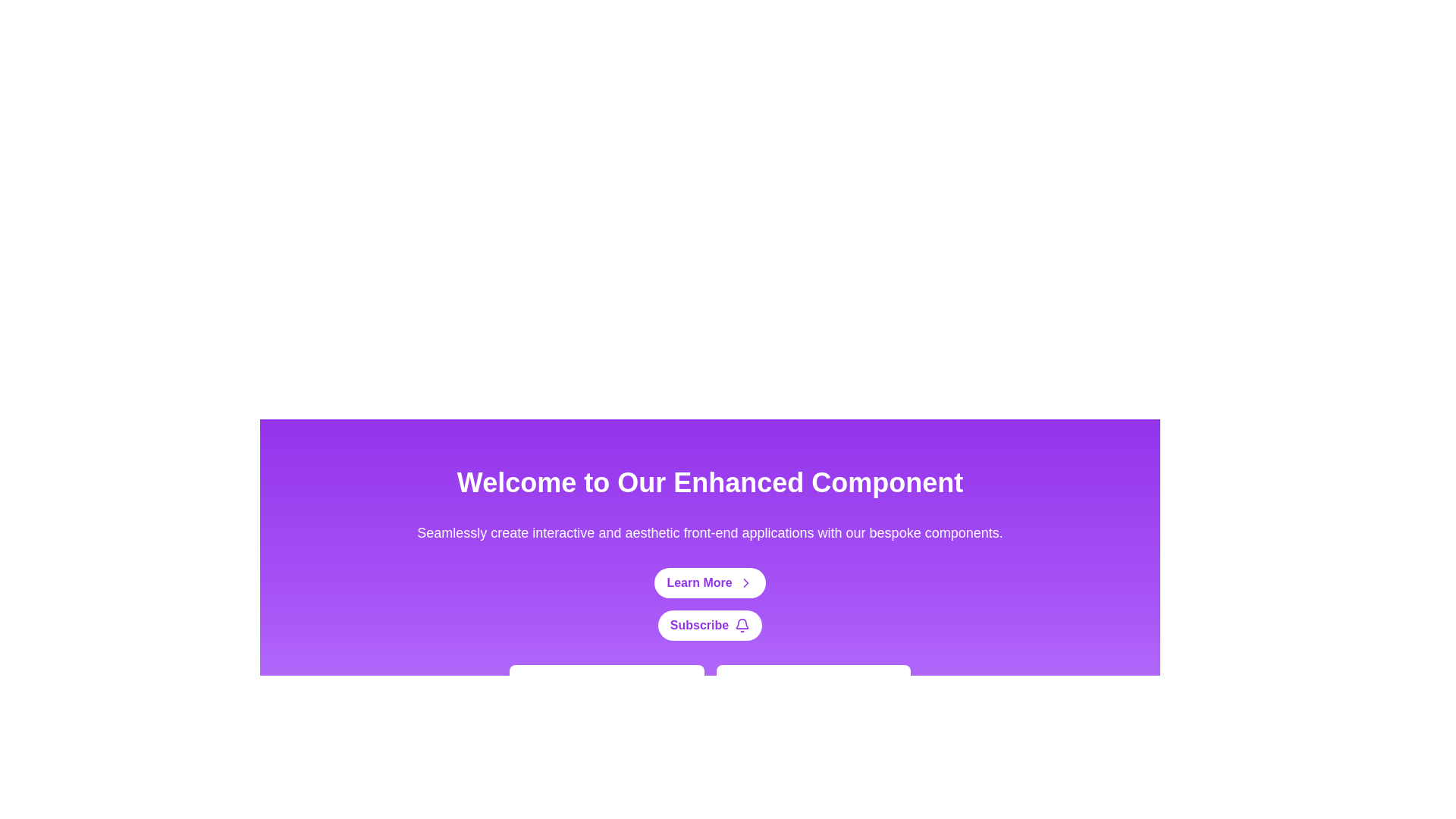 The height and width of the screenshot is (819, 1456). What do you see at coordinates (709, 604) in the screenshot?
I see `the button group located below the headline 'Welcome to Our Enhanced Component' and subheading 'Seamlessly create interactive and aesthetic front-end applications with our bespoke components.'` at bounding box center [709, 604].